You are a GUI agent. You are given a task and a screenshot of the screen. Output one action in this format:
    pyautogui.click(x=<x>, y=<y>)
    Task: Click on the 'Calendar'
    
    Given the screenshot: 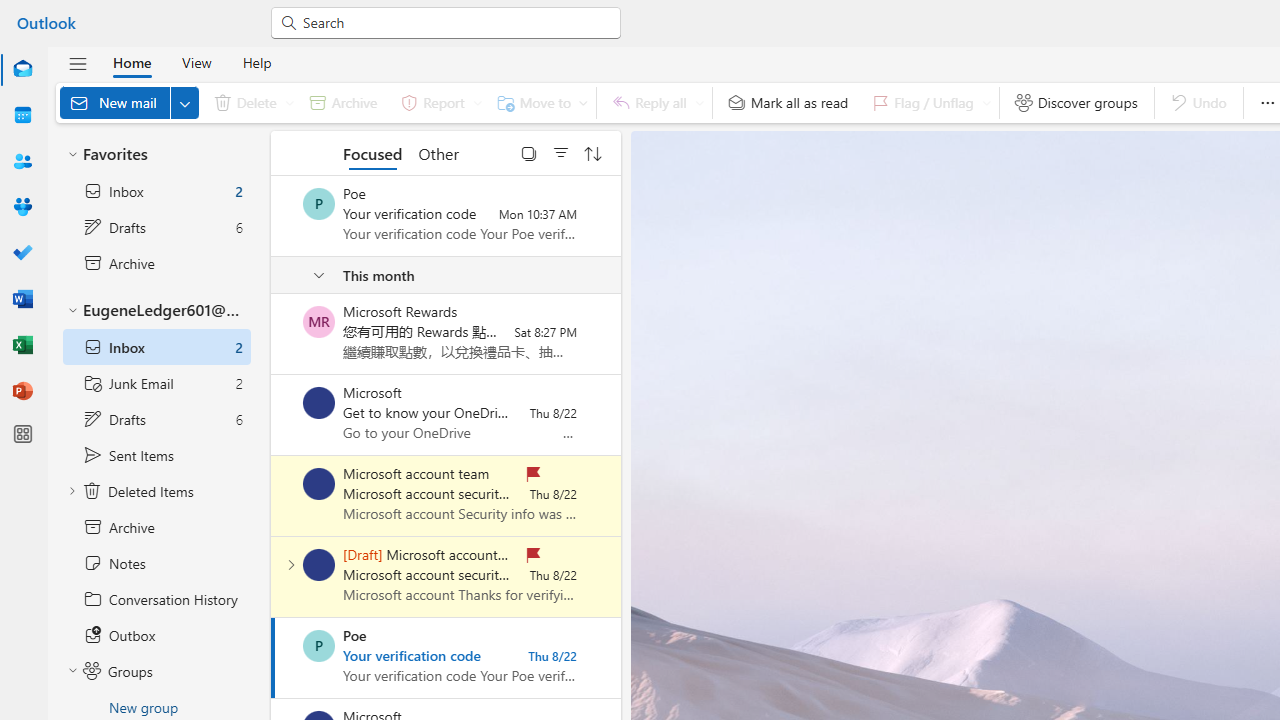 What is the action you would take?
    pyautogui.click(x=23, y=115)
    